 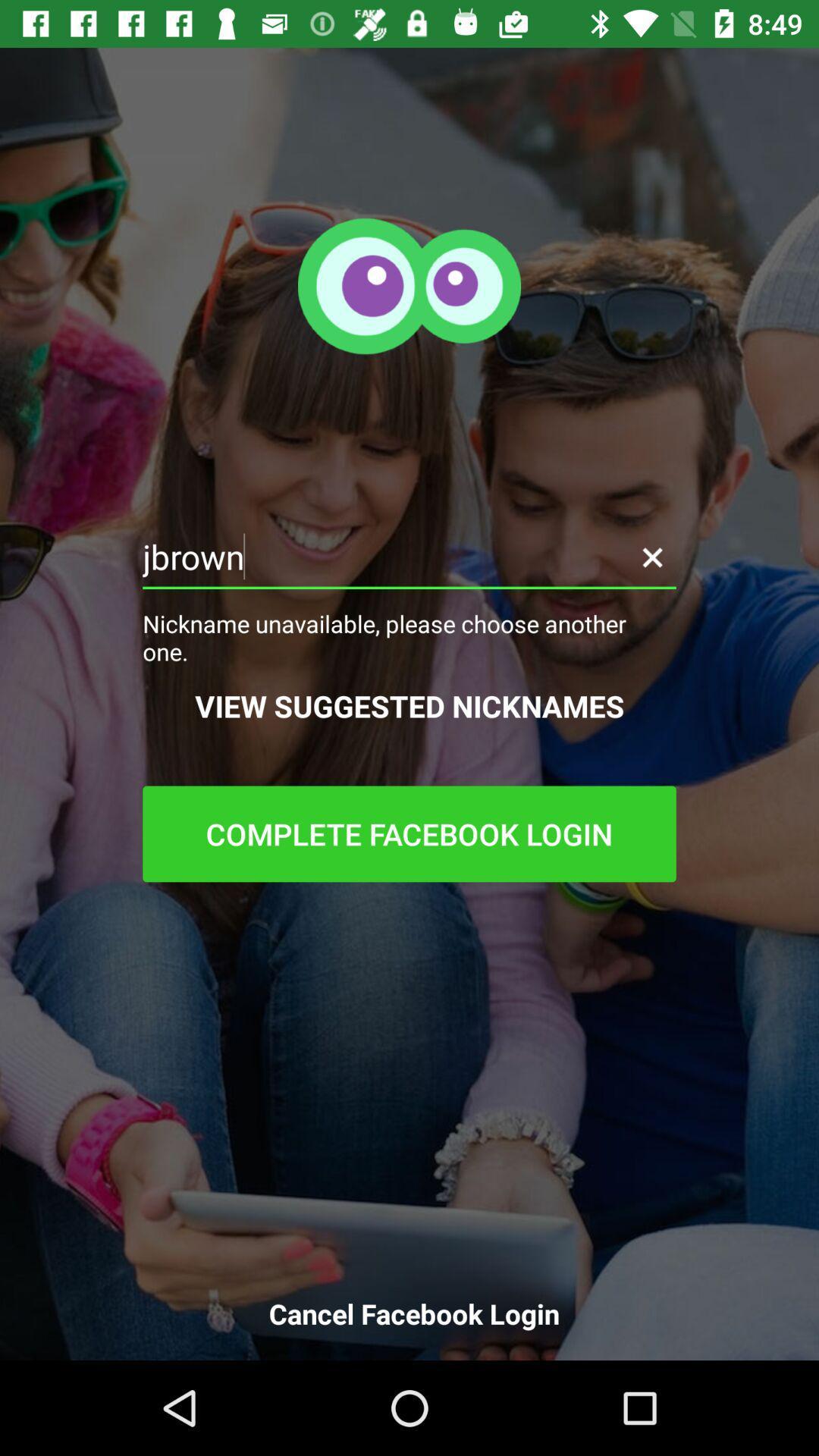 What do you see at coordinates (651, 556) in the screenshot?
I see `item on the right` at bounding box center [651, 556].